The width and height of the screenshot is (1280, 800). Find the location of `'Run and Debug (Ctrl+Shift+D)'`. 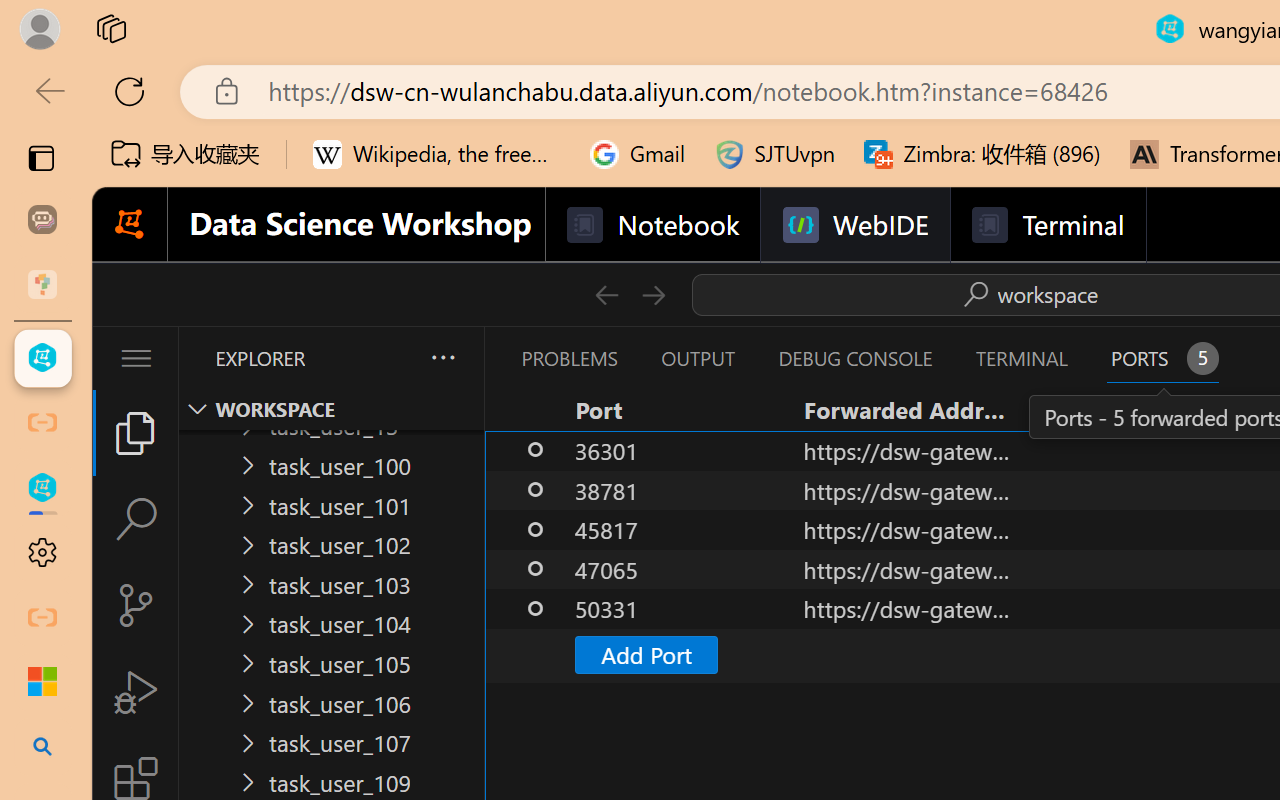

'Run and Debug (Ctrl+Shift+D)' is located at coordinates (134, 692).